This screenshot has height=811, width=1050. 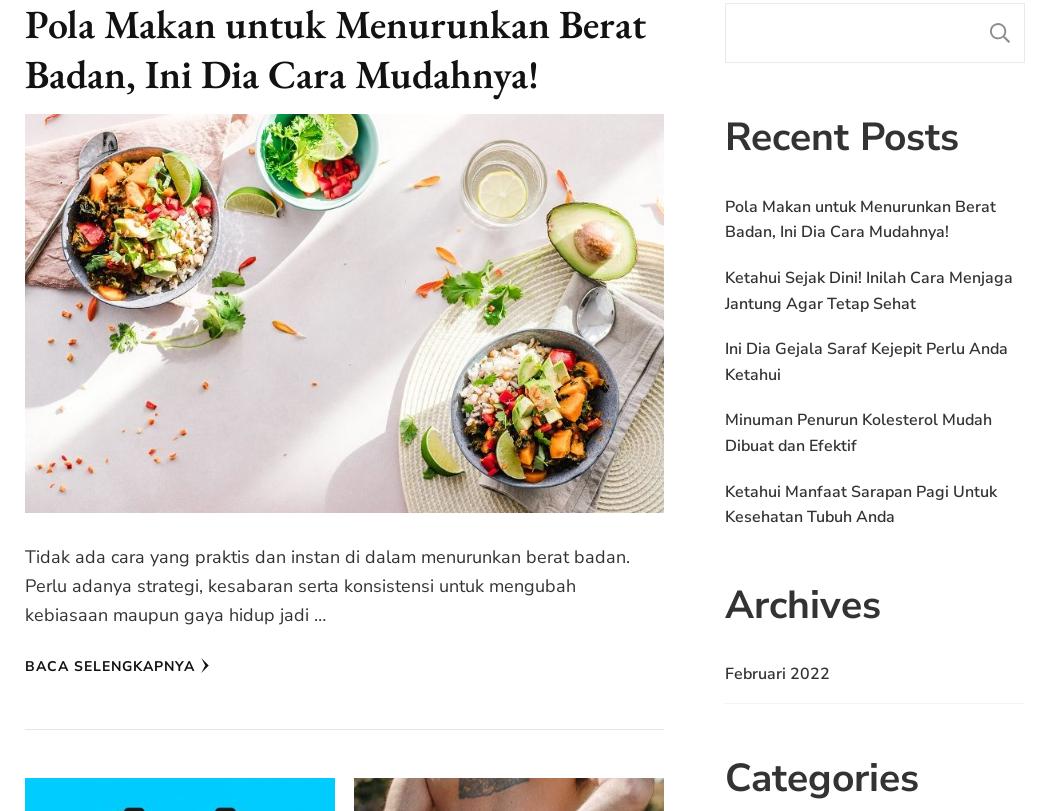 What do you see at coordinates (777, 673) in the screenshot?
I see `'Februari 2022'` at bounding box center [777, 673].